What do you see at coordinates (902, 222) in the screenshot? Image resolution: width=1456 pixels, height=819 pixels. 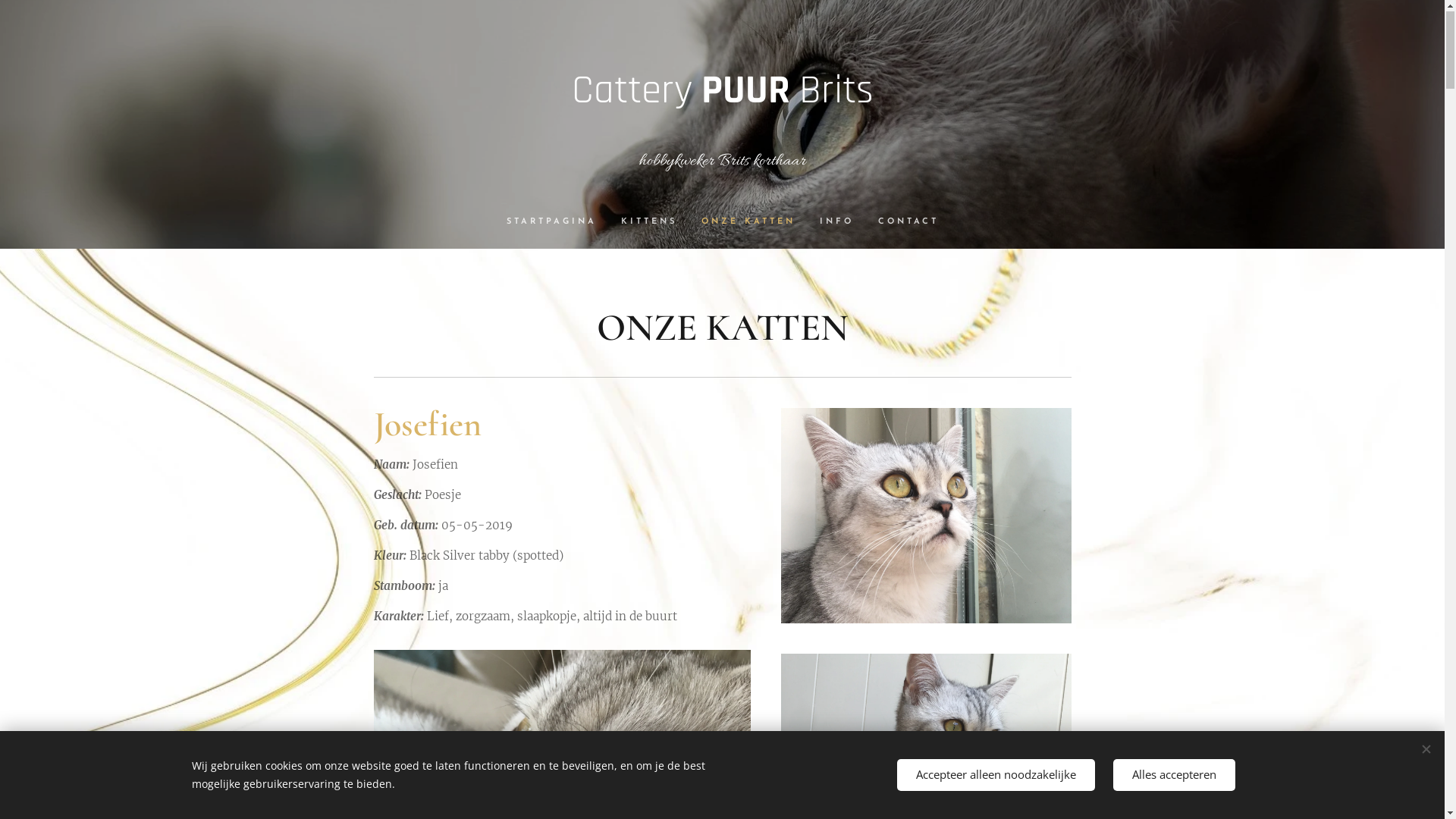 I see `'CONTACT'` at bounding box center [902, 222].